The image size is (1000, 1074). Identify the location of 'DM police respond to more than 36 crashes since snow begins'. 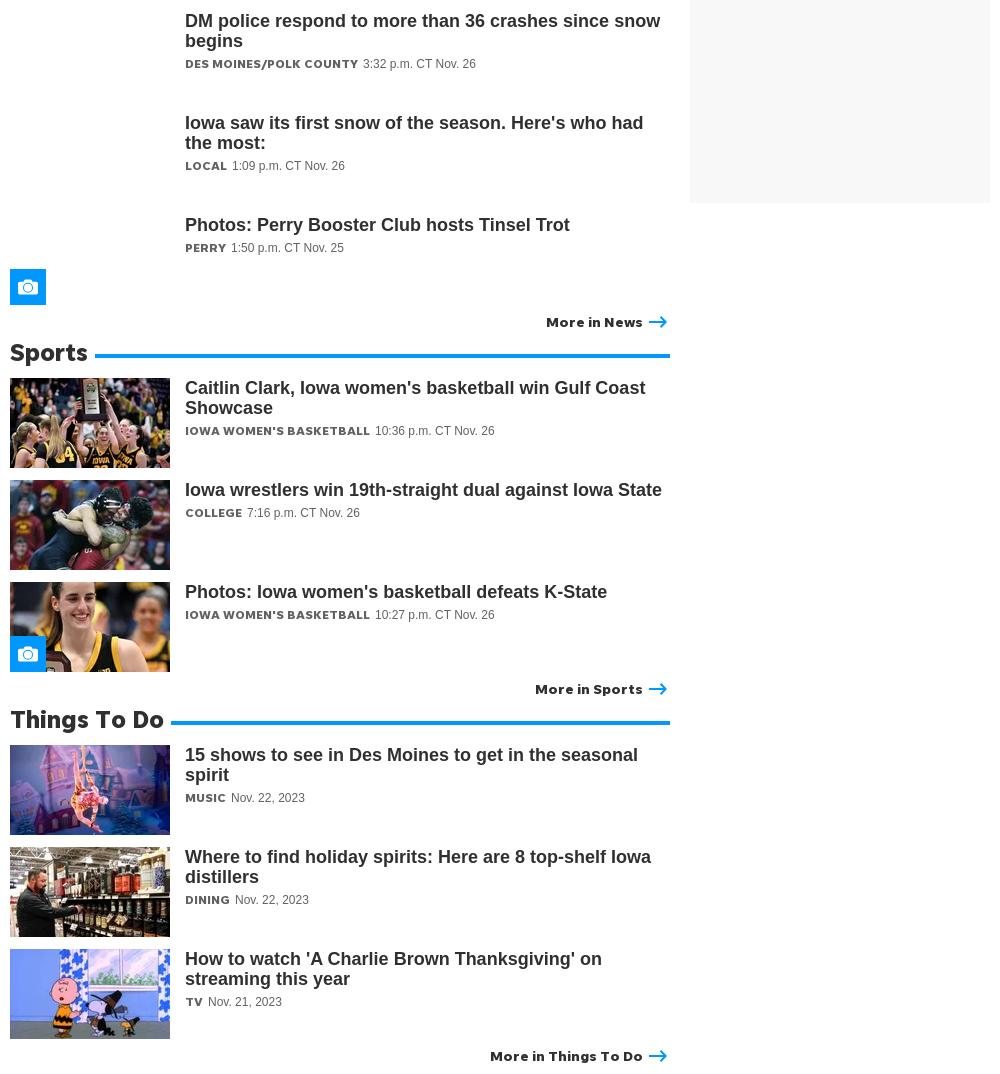
(422, 30).